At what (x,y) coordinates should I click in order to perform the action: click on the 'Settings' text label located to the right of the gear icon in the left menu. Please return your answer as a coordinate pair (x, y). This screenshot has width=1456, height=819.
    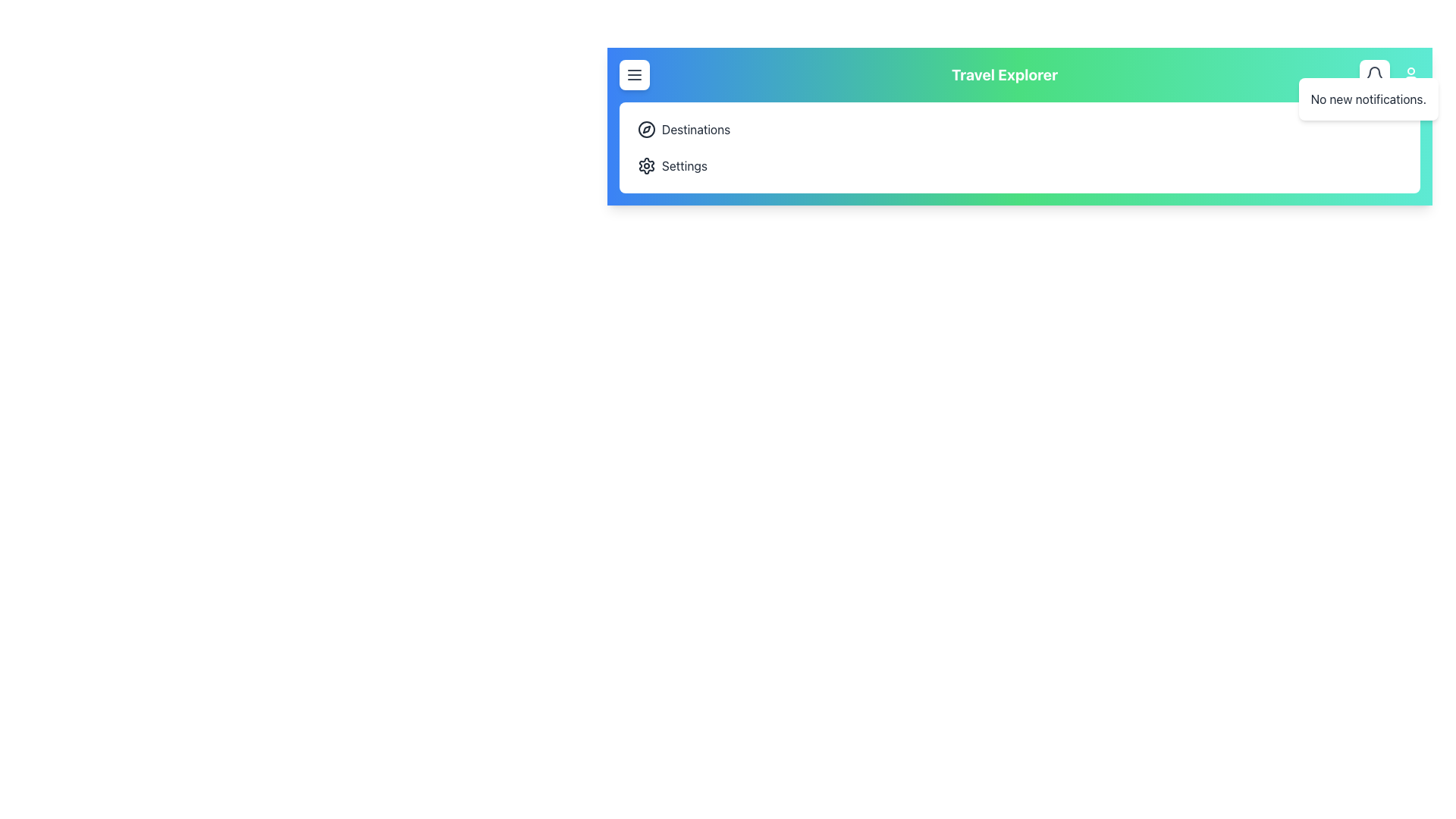
    Looking at the image, I should click on (683, 166).